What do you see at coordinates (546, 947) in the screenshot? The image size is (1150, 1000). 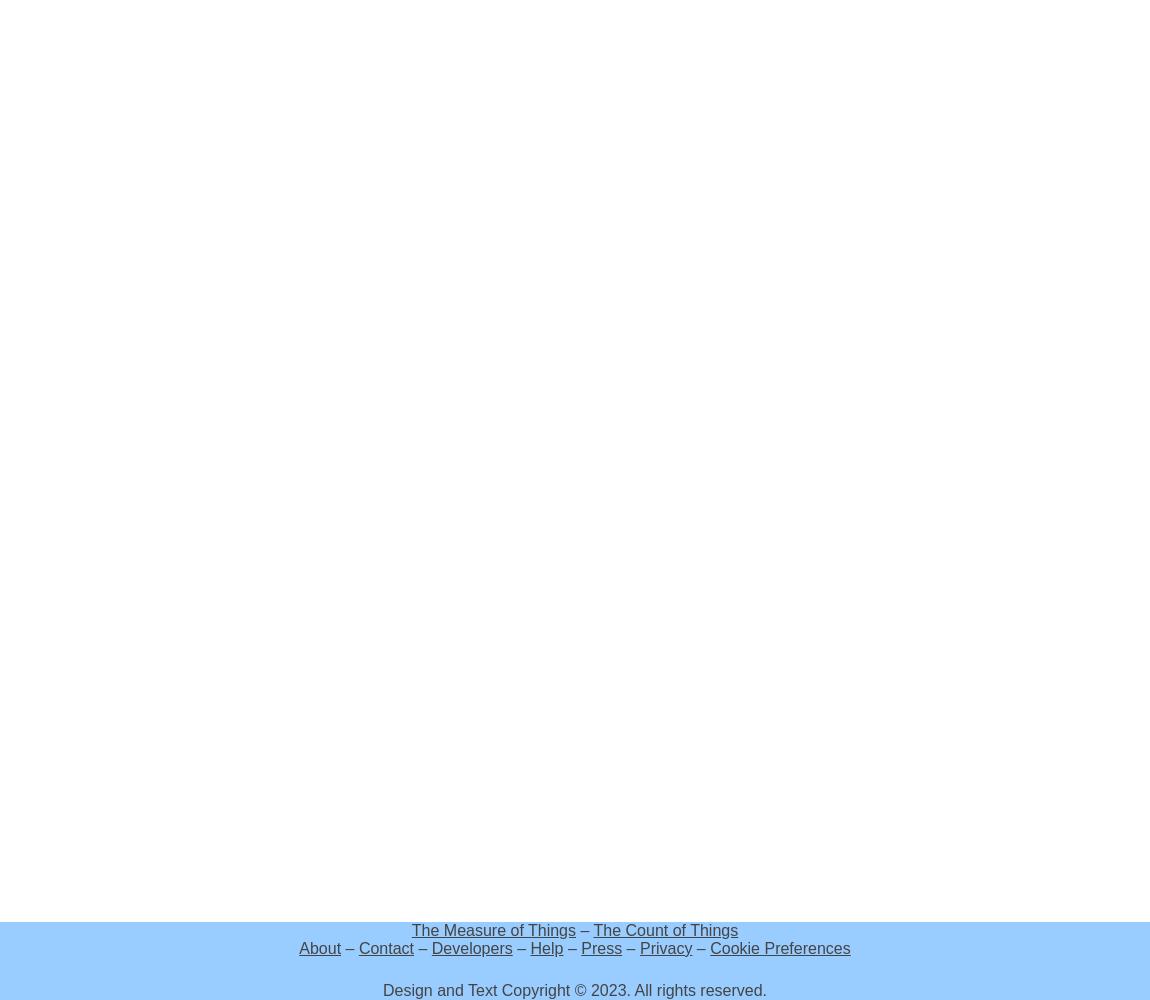 I see `'Help'` at bounding box center [546, 947].